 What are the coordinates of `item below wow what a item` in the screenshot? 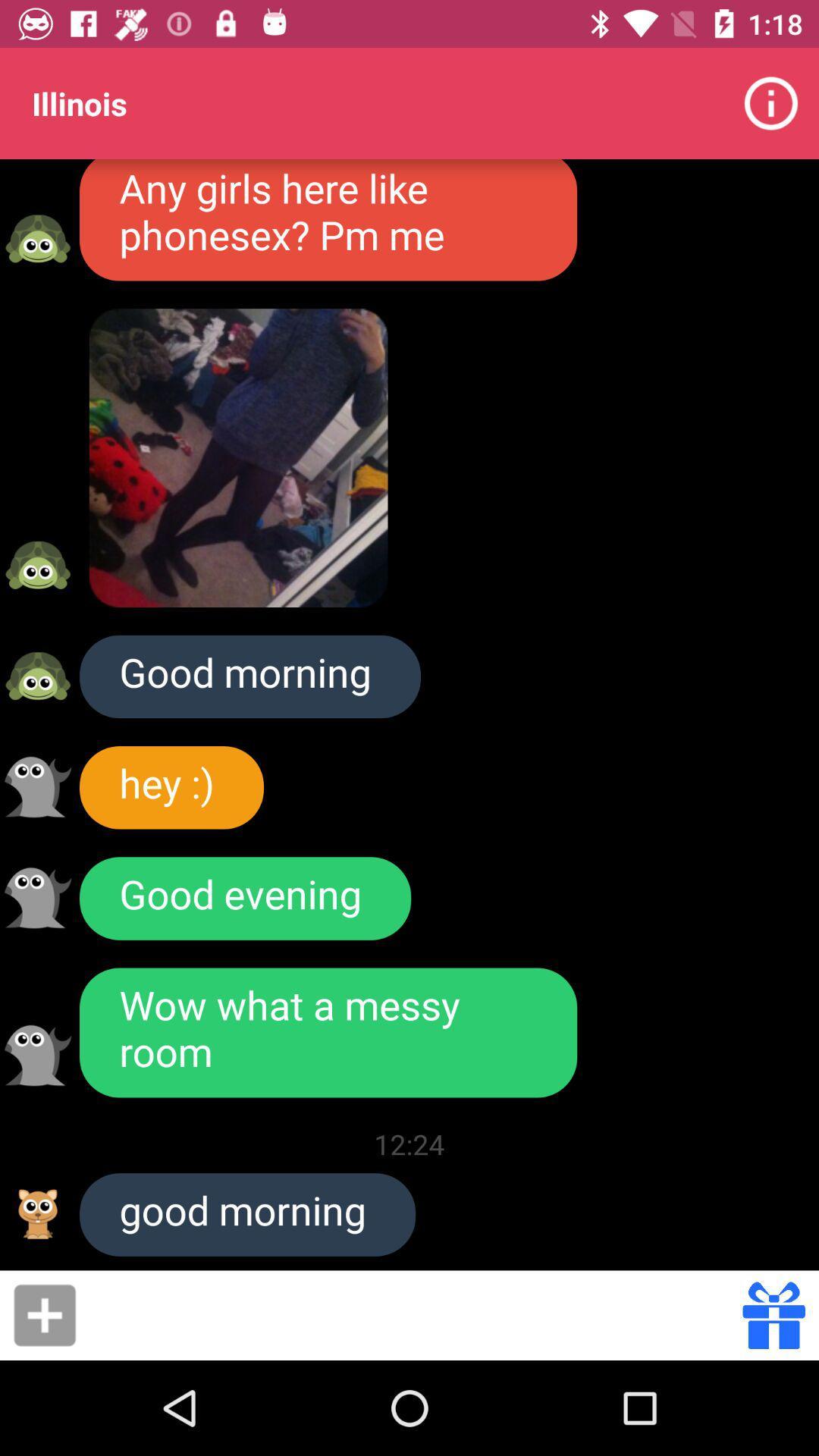 It's located at (409, 1144).